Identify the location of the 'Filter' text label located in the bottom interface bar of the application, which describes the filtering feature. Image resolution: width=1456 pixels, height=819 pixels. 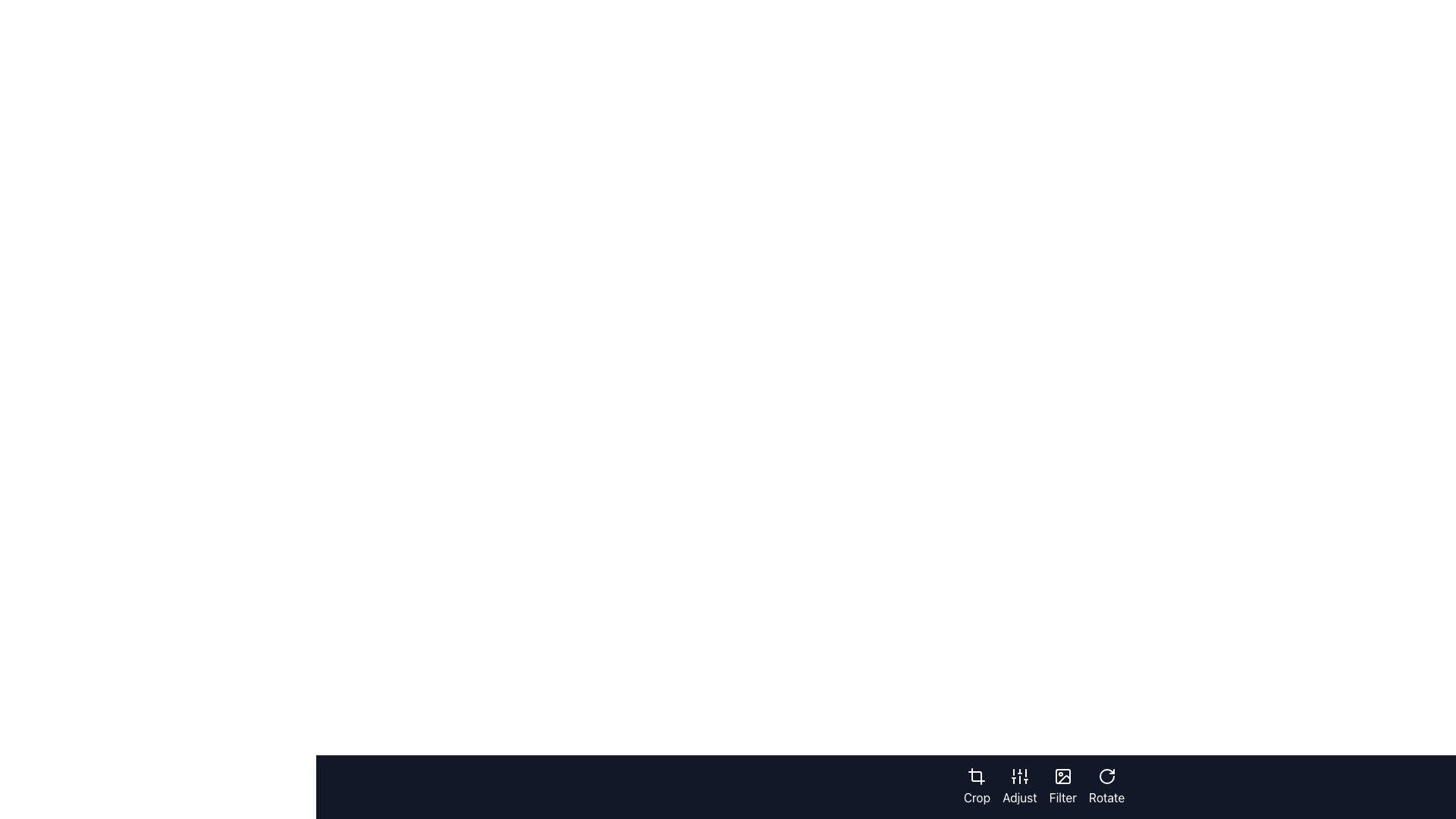
(1062, 797).